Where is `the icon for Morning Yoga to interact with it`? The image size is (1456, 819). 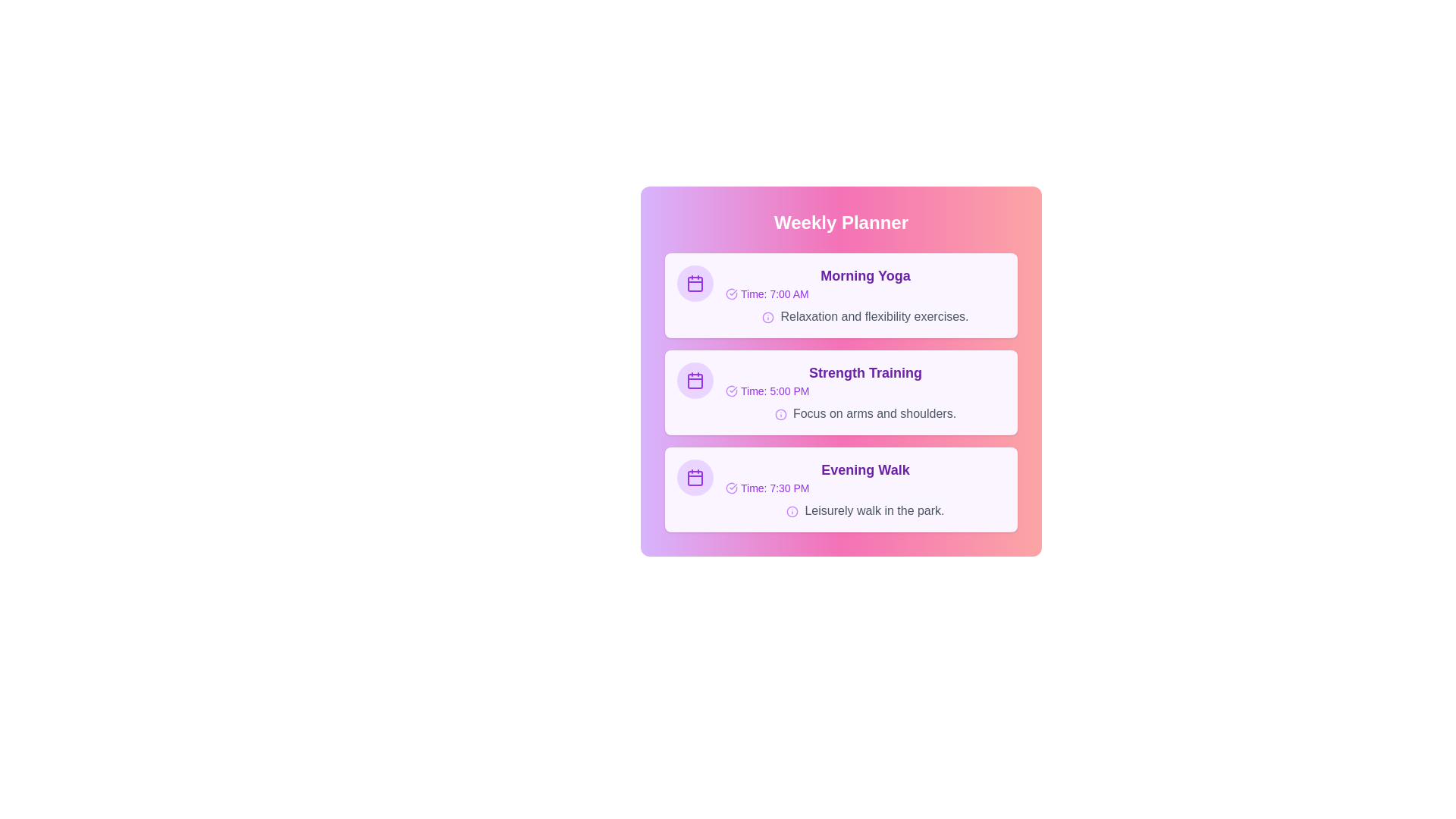 the icon for Morning Yoga to interact with it is located at coordinates (694, 284).